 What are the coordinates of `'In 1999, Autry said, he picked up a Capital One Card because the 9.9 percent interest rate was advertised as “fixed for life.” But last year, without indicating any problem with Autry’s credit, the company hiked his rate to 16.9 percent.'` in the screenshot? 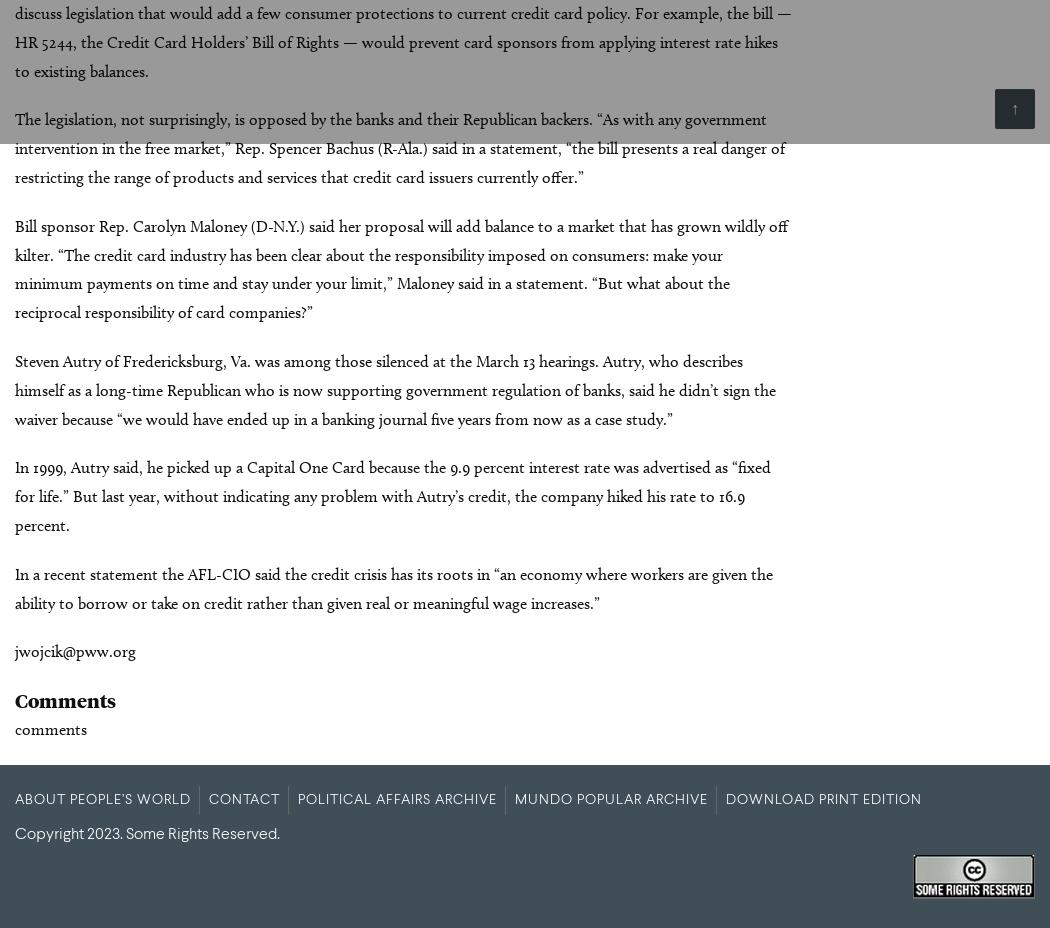 It's located at (393, 495).